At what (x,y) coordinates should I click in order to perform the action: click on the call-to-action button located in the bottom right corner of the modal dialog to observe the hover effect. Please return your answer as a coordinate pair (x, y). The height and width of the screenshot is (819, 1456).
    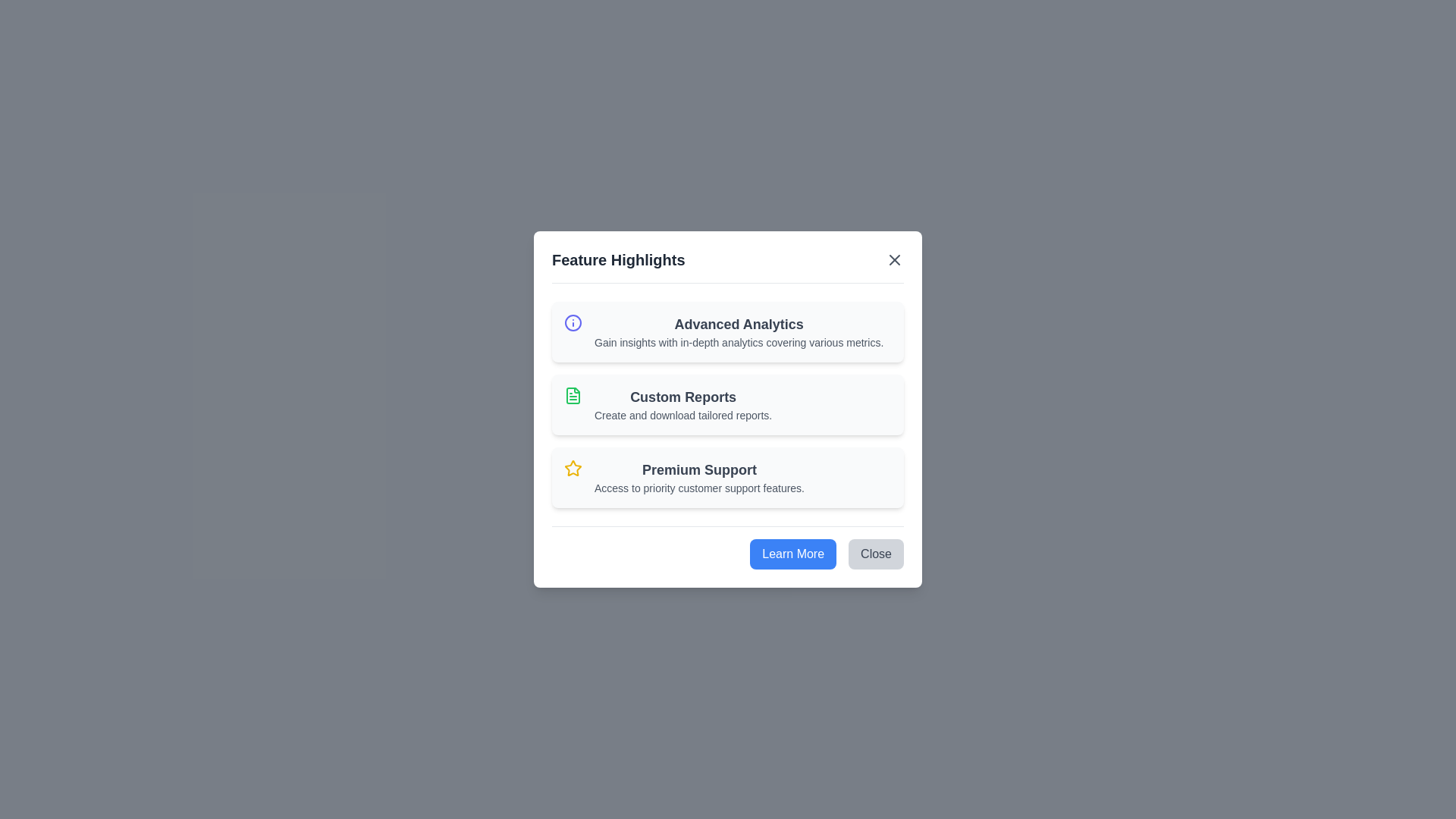
    Looking at the image, I should click on (792, 554).